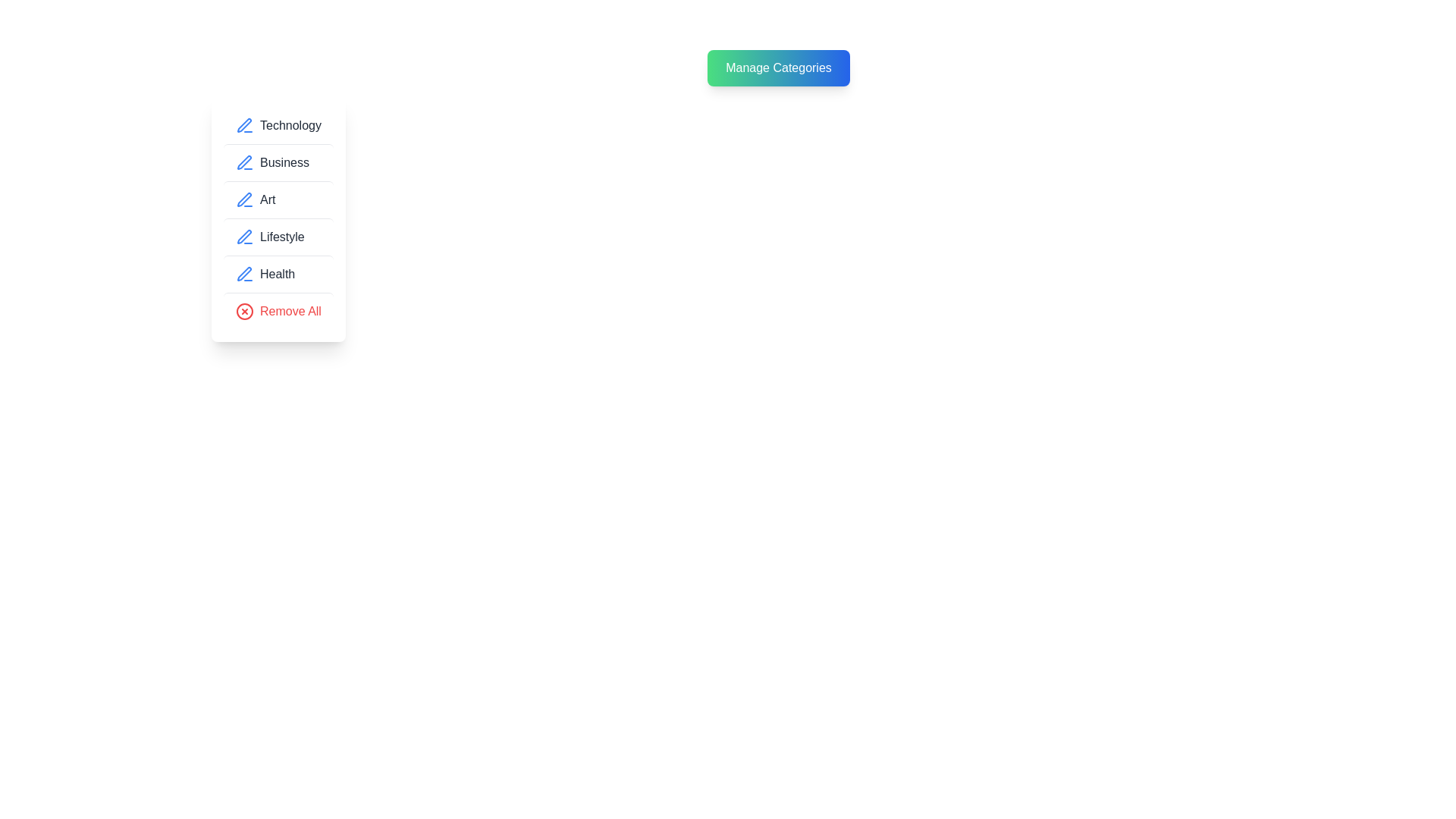 The height and width of the screenshot is (819, 1456). I want to click on the category item corresponding to Technology, so click(278, 124).